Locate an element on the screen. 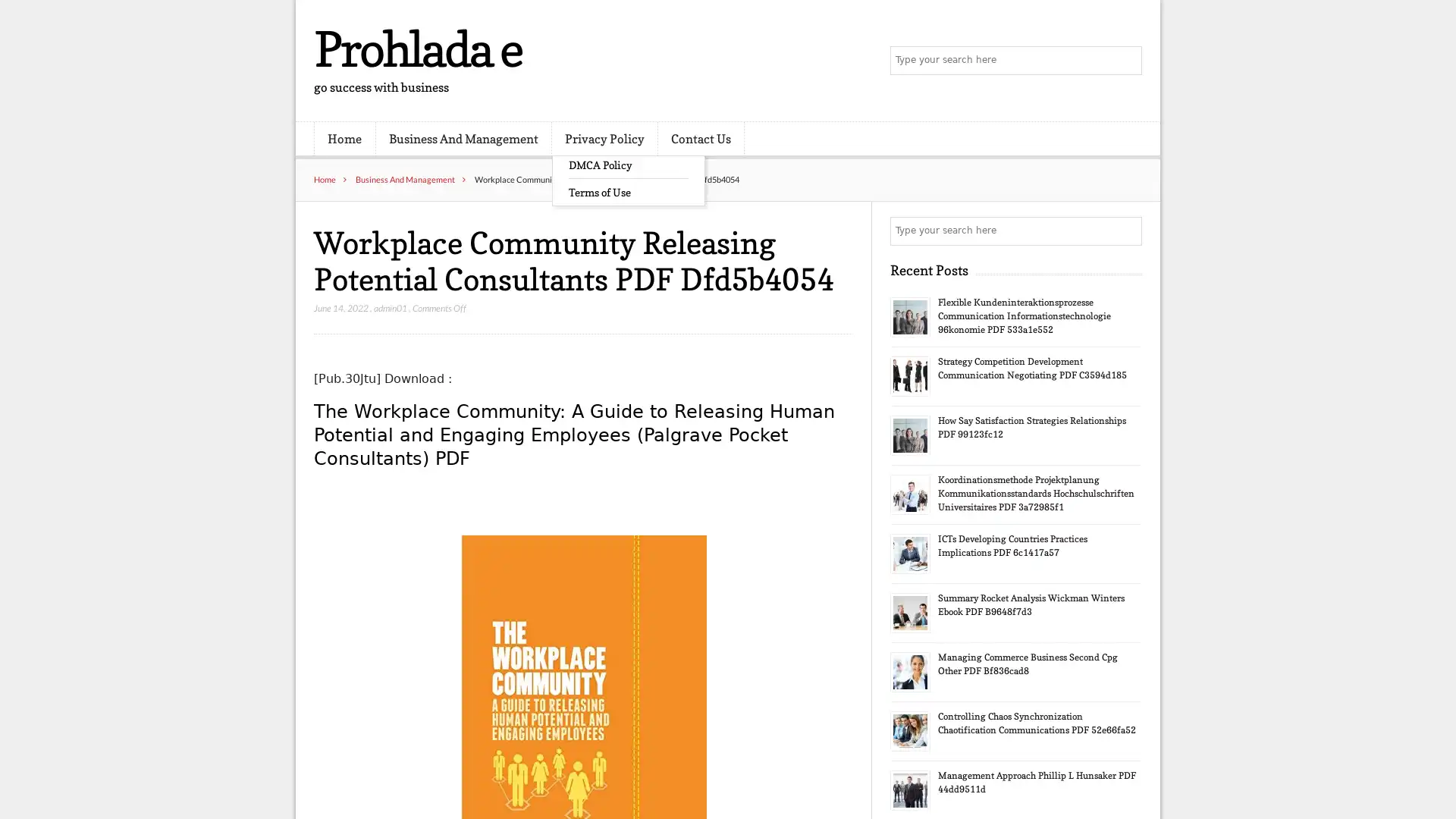  Search is located at coordinates (1126, 231).